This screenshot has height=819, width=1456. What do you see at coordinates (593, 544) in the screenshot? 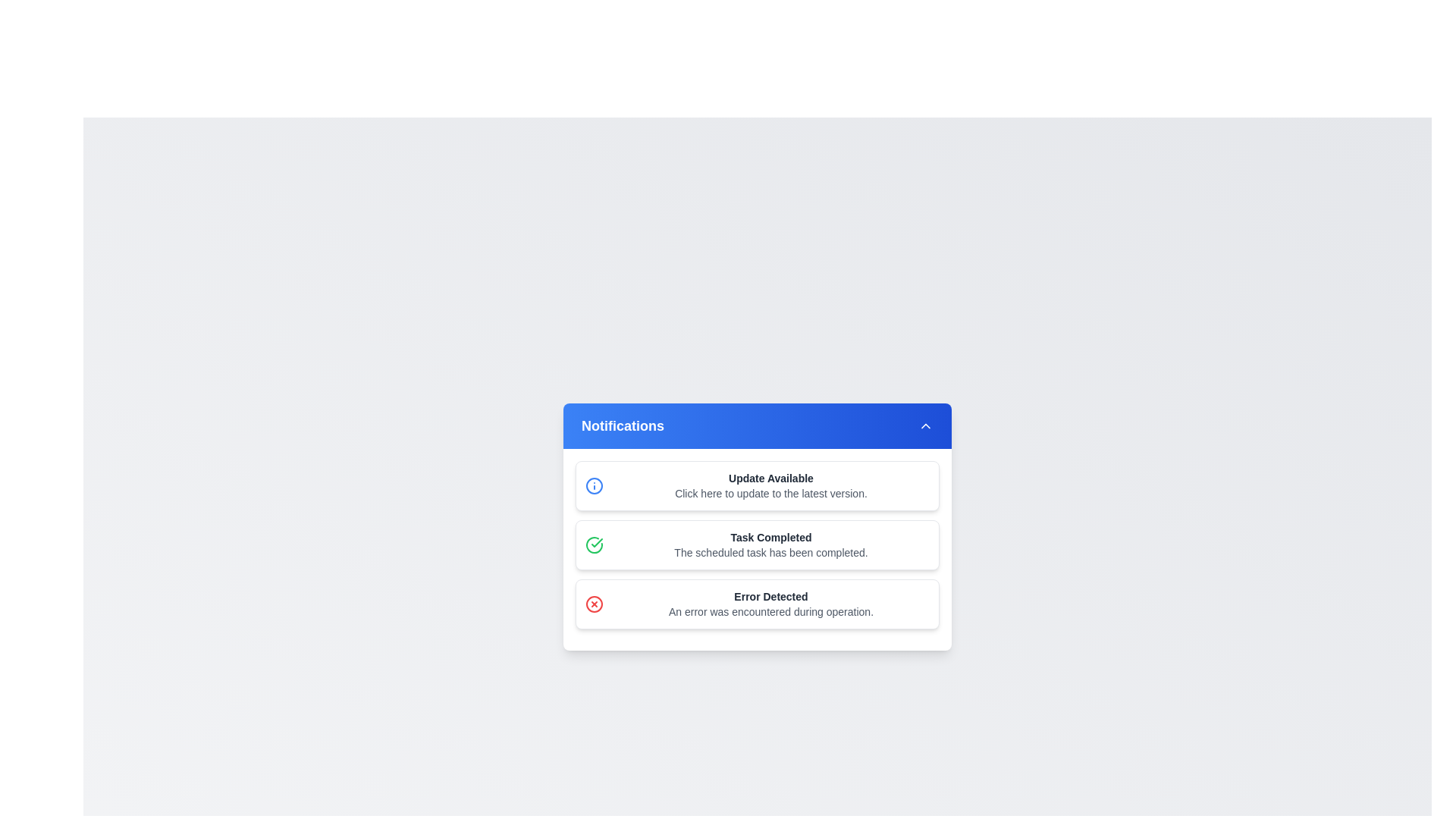
I see `the green circular icon featuring a checkmark inside, which represents a success or completion status, located to the left of the text 'Task Completed' in the notification panel` at bounding box center [593, 544].